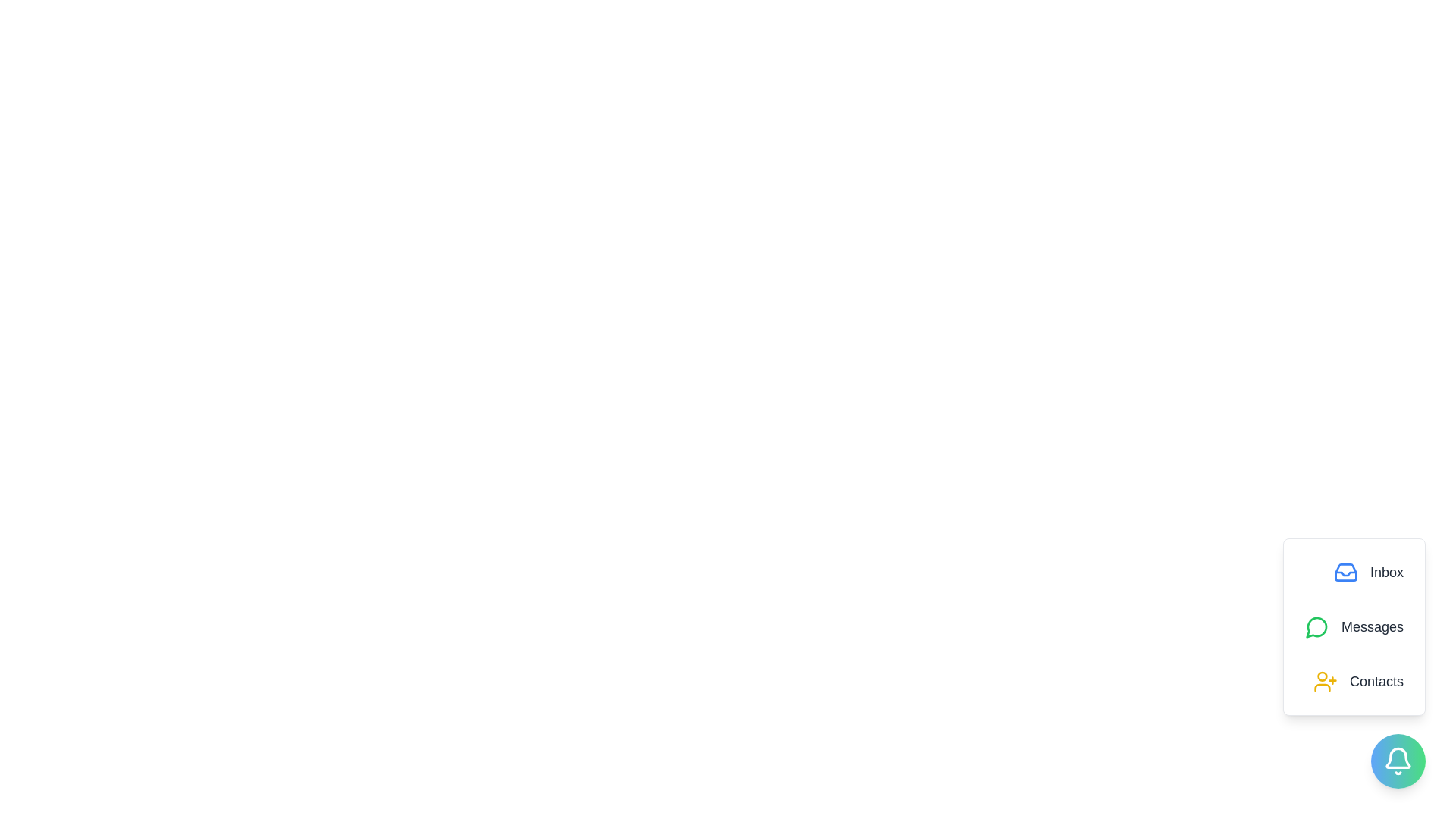 The width and height of the screenshot is (1456, 819). What do you see at coordinates (1357, 680) in the screenshot?
I see `the 'Contacts' option in the NotificationSpeedDial component` at bounding box center [1357, 680].